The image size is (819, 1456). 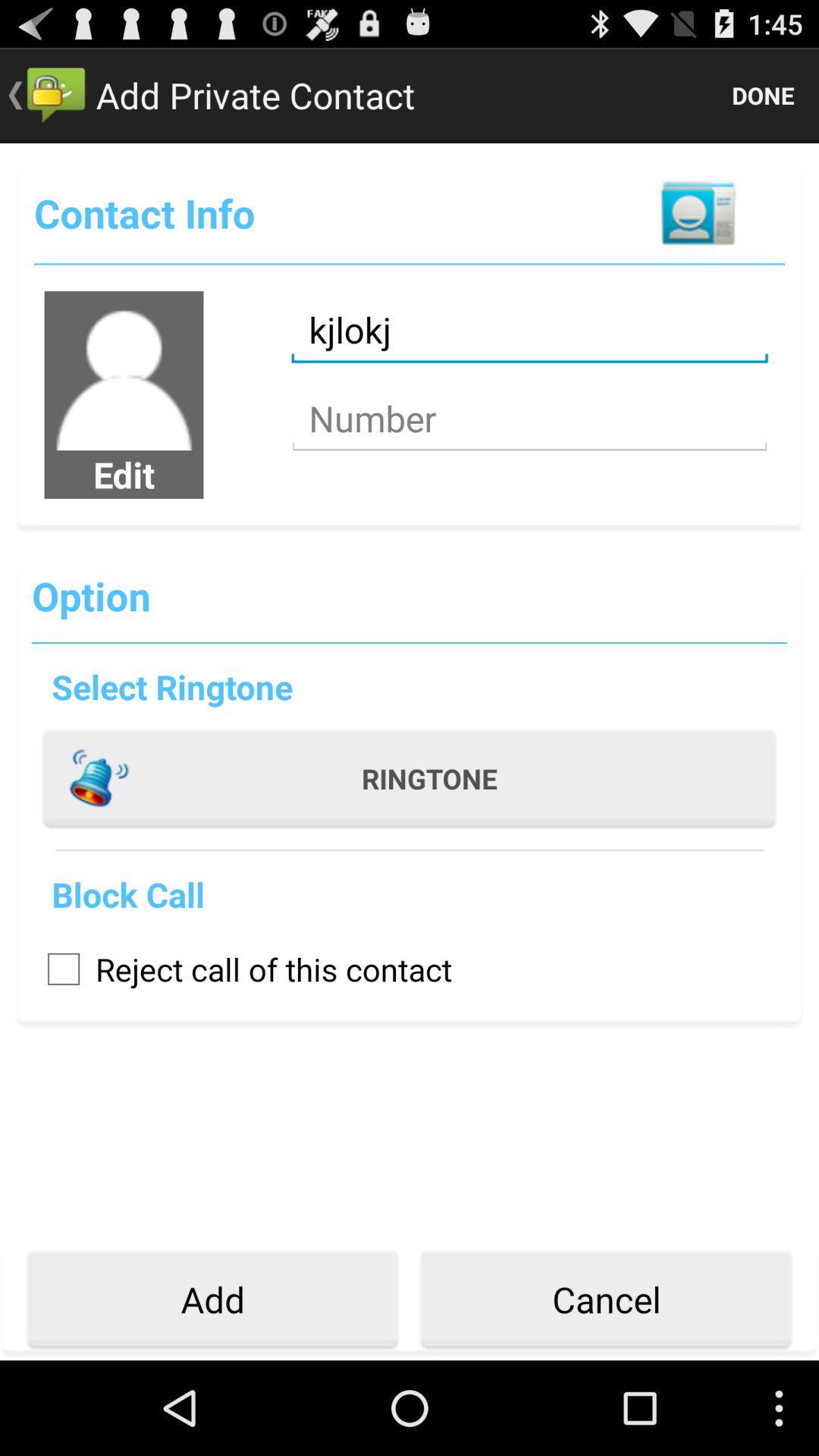 I want to click on cancel item, so click(x=605, y=1299).